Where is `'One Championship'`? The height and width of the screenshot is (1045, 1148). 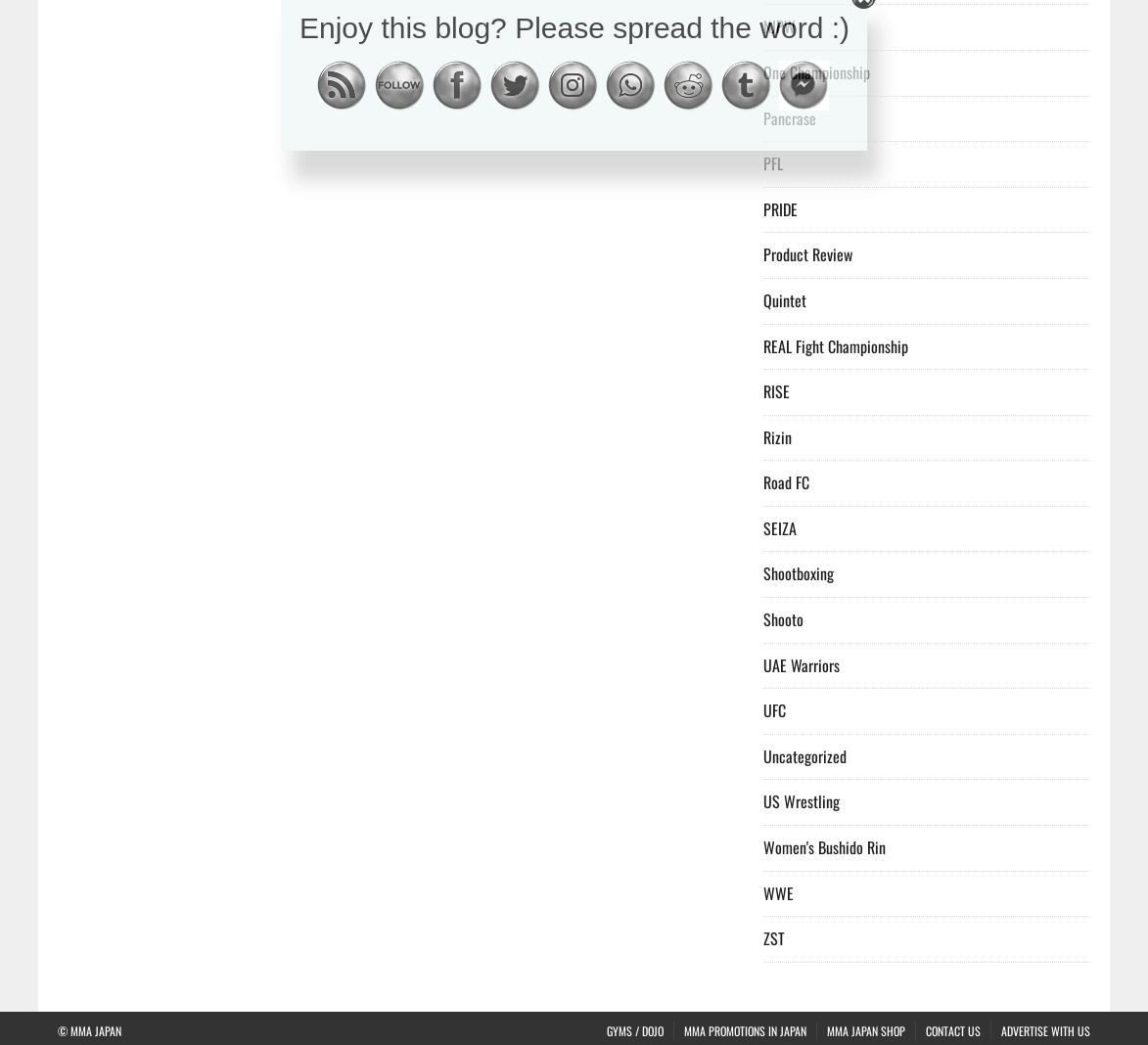
'One Championship' is located at coordinates (762, 70).